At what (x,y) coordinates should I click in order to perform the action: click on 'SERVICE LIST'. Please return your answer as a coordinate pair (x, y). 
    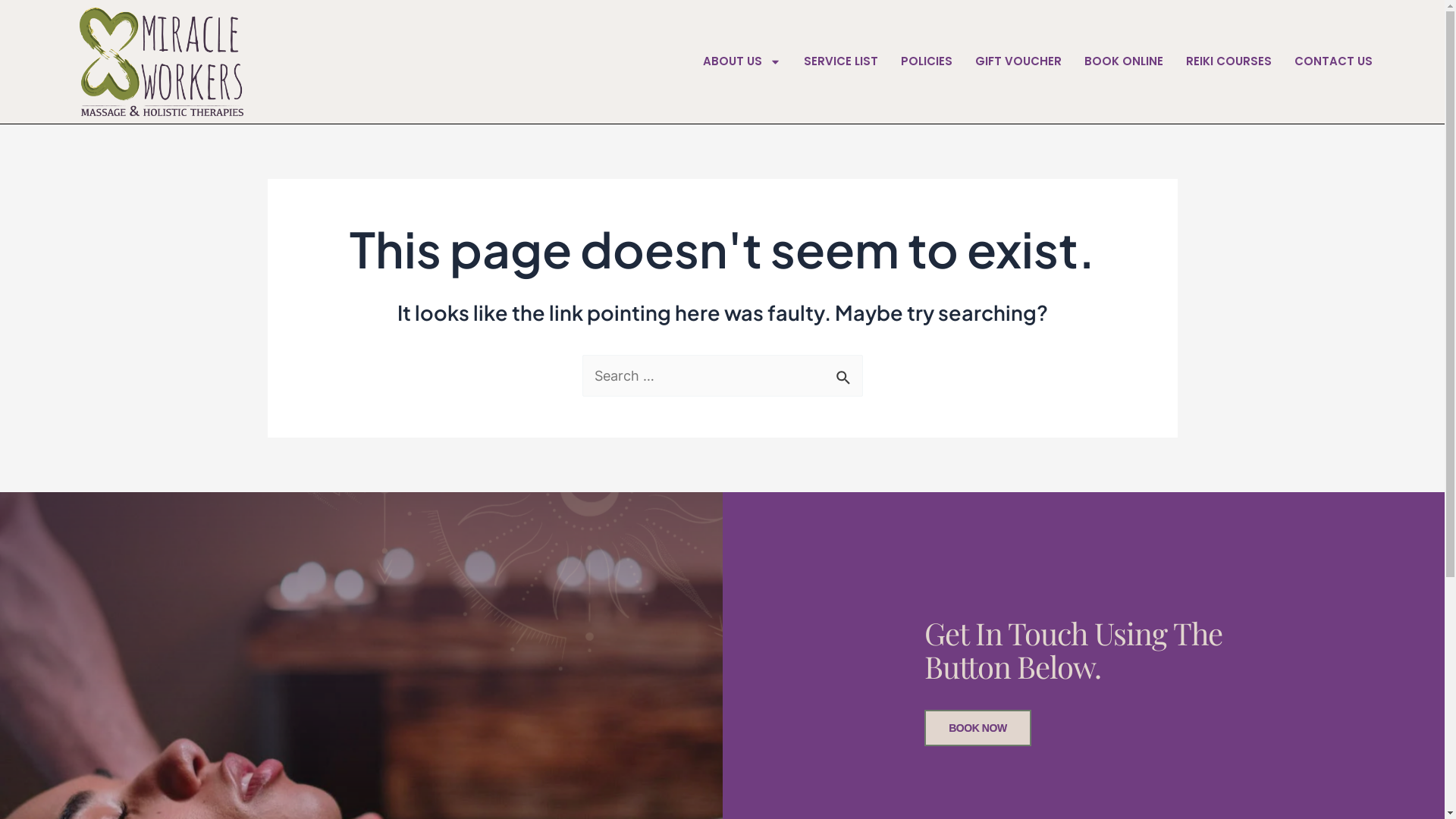
    Looking at the image, I should click on (839, 61).